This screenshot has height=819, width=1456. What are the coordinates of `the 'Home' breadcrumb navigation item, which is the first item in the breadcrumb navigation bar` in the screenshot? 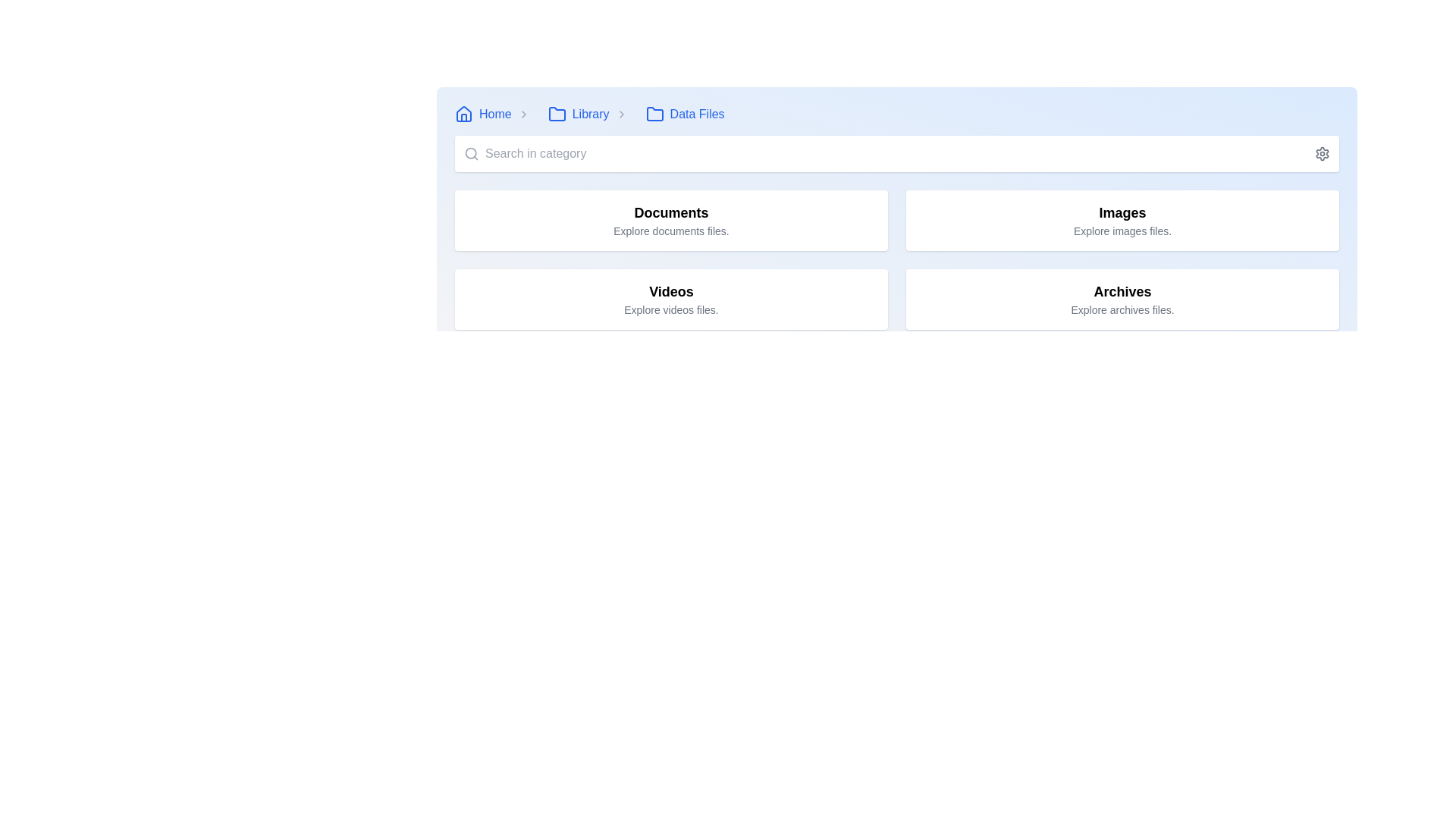 It's located at (495, 113).